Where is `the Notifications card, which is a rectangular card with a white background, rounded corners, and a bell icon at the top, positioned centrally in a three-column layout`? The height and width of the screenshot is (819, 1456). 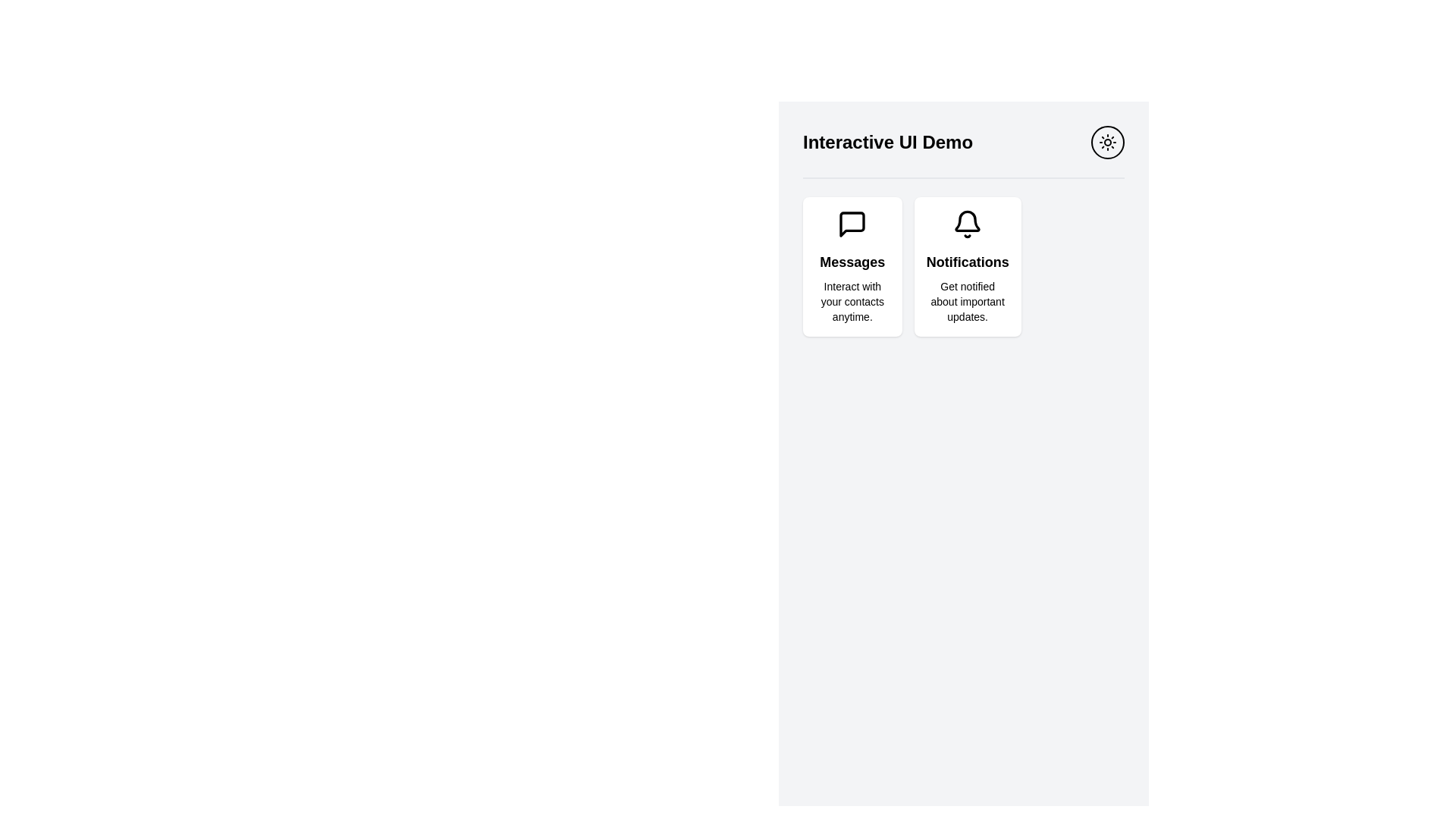
the Notifications card, which is a rectangular card with a white background, rounded corners, and a bell icon at the top, positioned centrally in a three-column layout is located at coordinates (967, 265).